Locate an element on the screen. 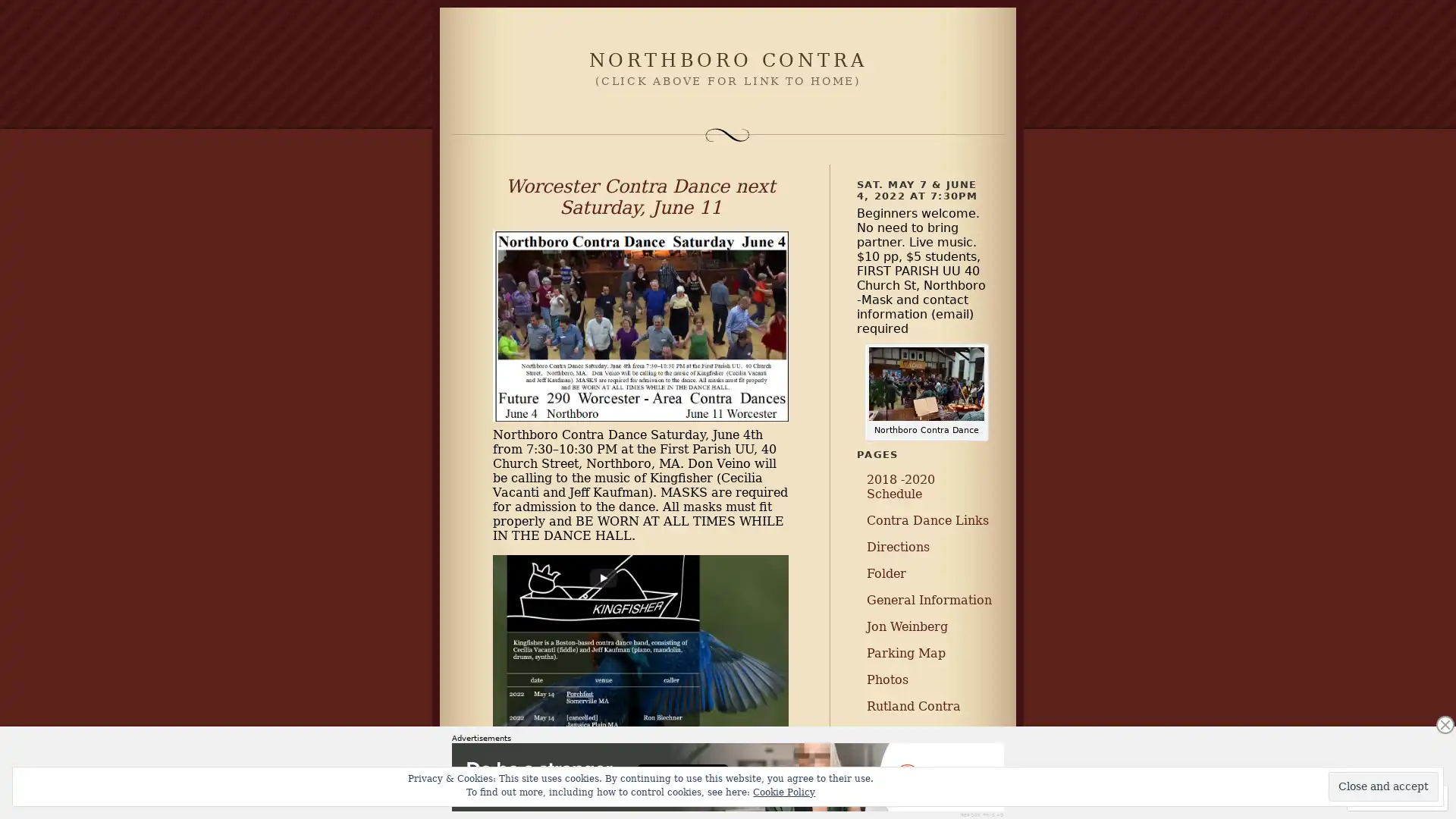  Close and accept is located at coordinates (1383, 786).